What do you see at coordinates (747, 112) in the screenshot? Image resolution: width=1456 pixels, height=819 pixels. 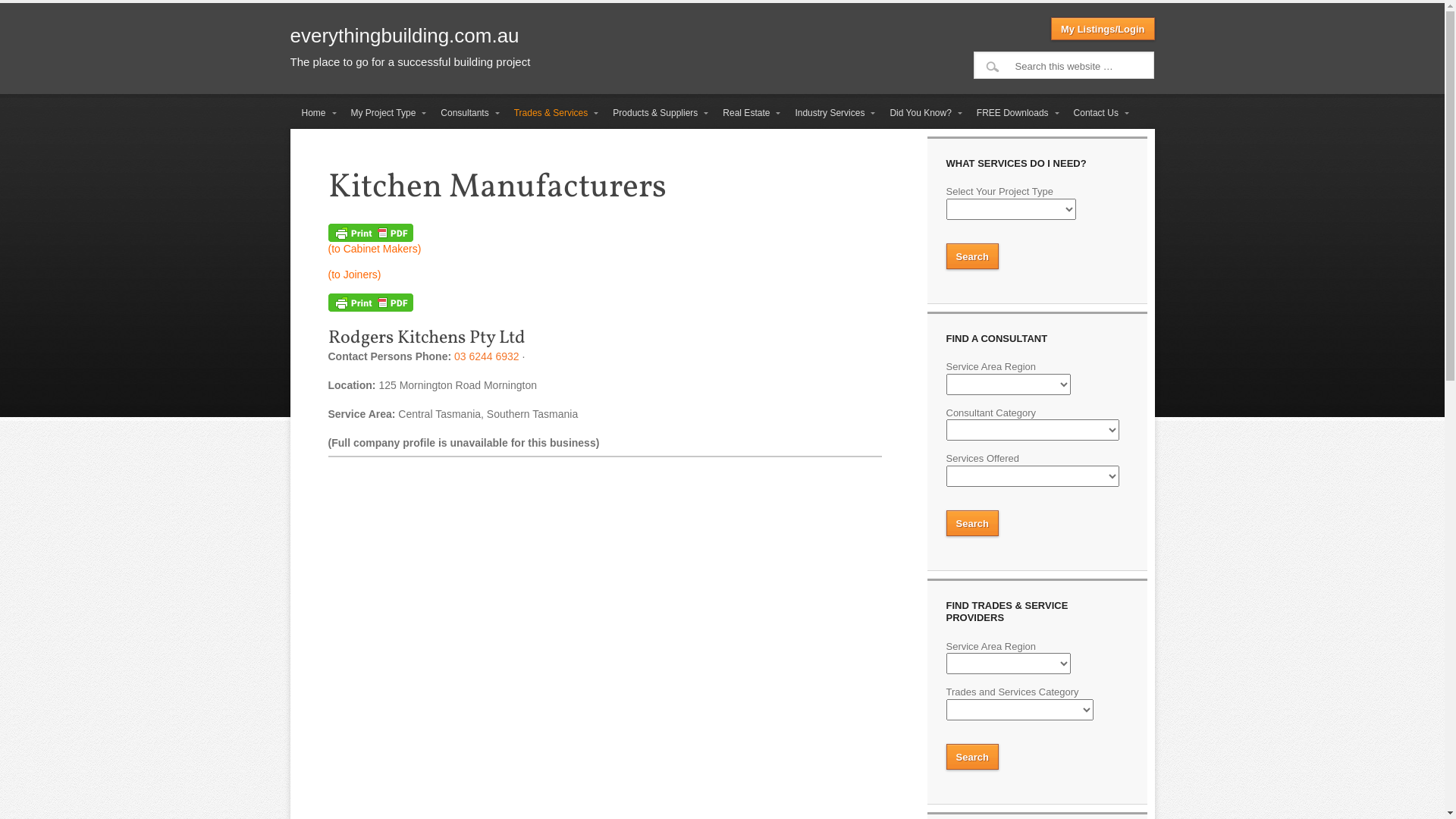 I see `'Real Estate'` at bounding box center [747, 112].